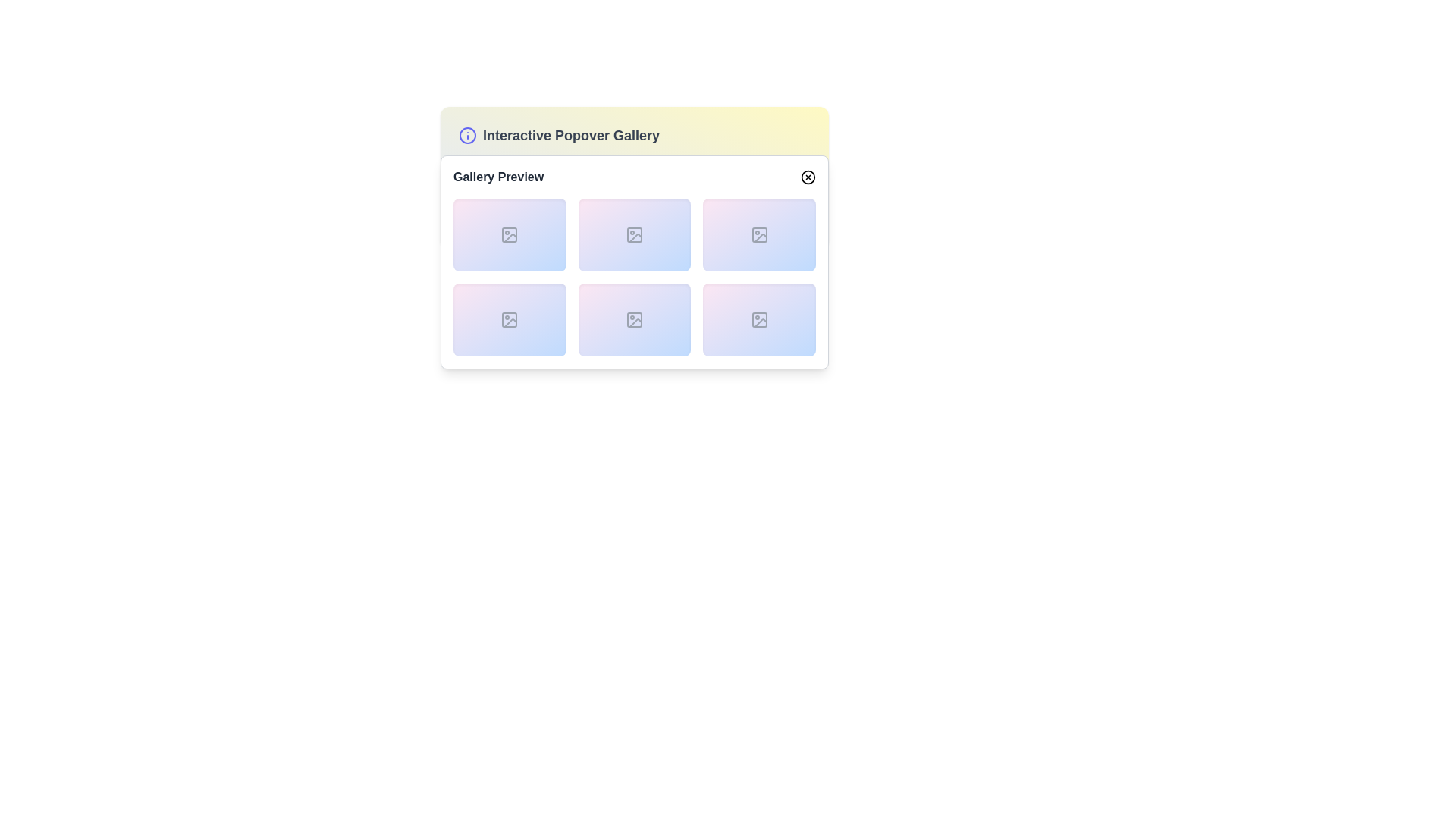 Image resolution: width=1456 pixels, height=819 pixels. I want to click on the Decorative SVG rectangle located in the sixth icon of a two-row layout, which serves as a decorative image placeholder within a gallery preview, so click(634, 318).